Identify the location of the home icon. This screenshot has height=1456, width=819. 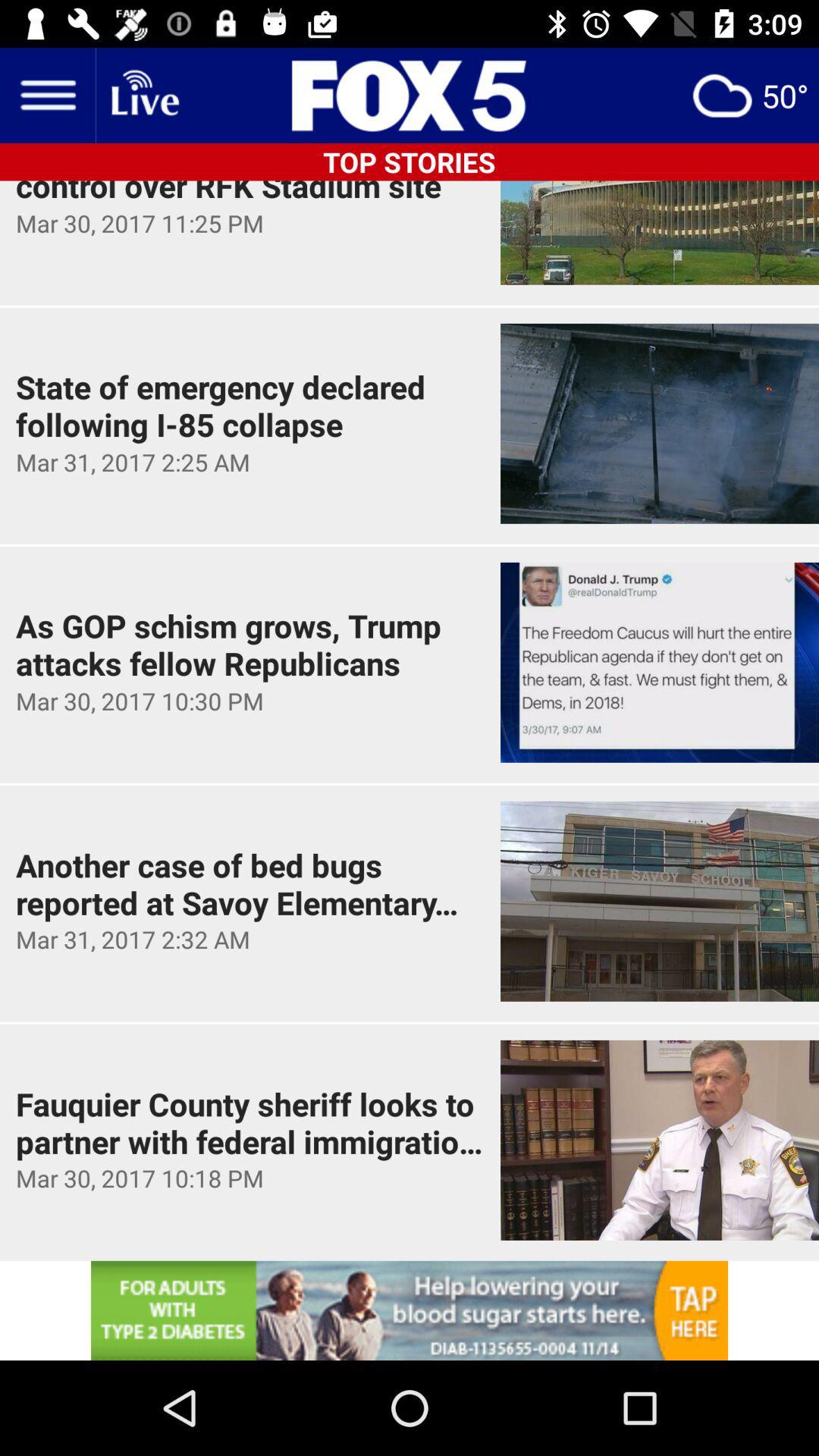
(143, 94).